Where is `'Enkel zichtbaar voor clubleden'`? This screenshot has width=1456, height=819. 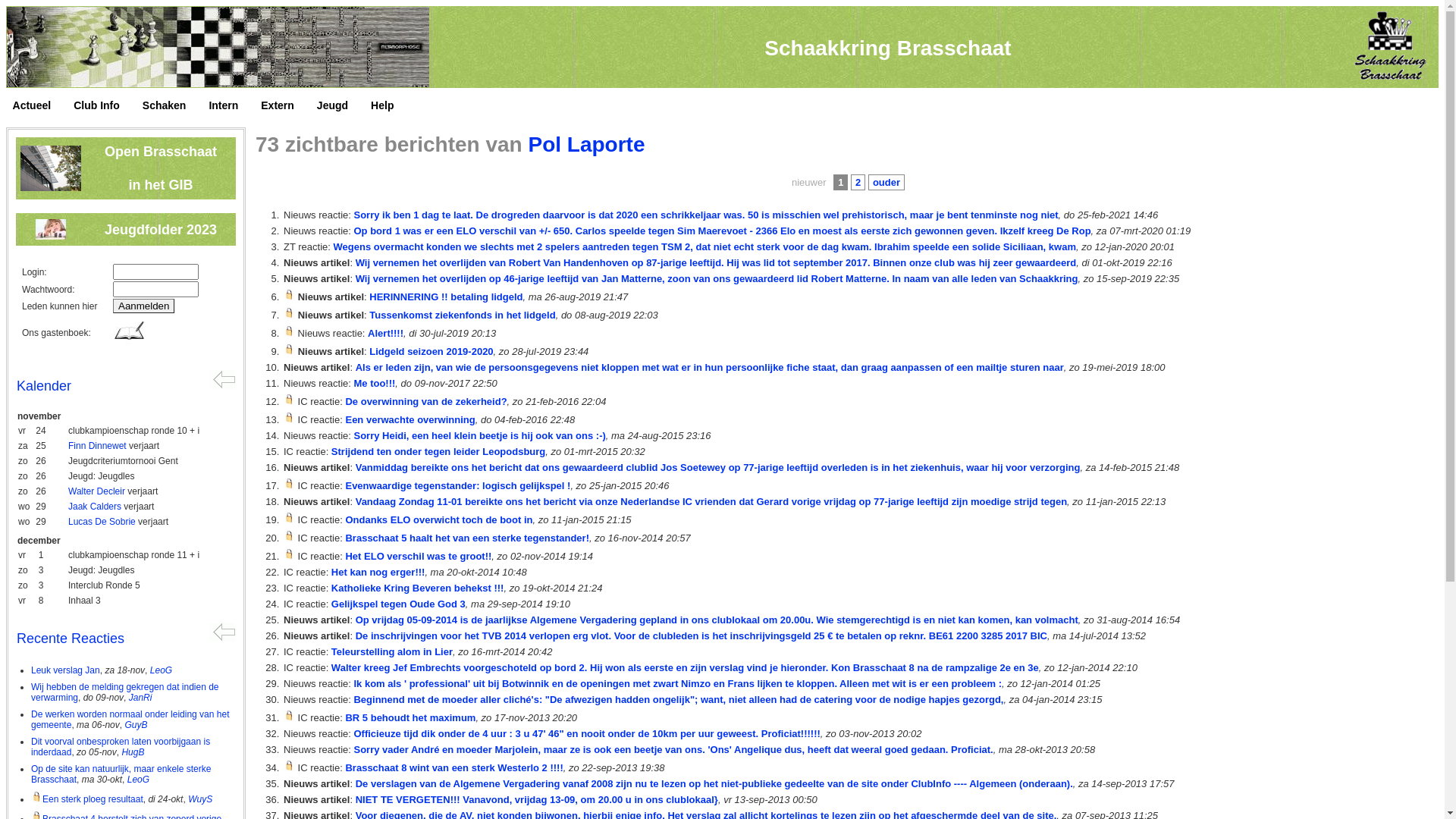
'Enkel zichtbaar voor clubleden' is located at coordinates (284, 535).